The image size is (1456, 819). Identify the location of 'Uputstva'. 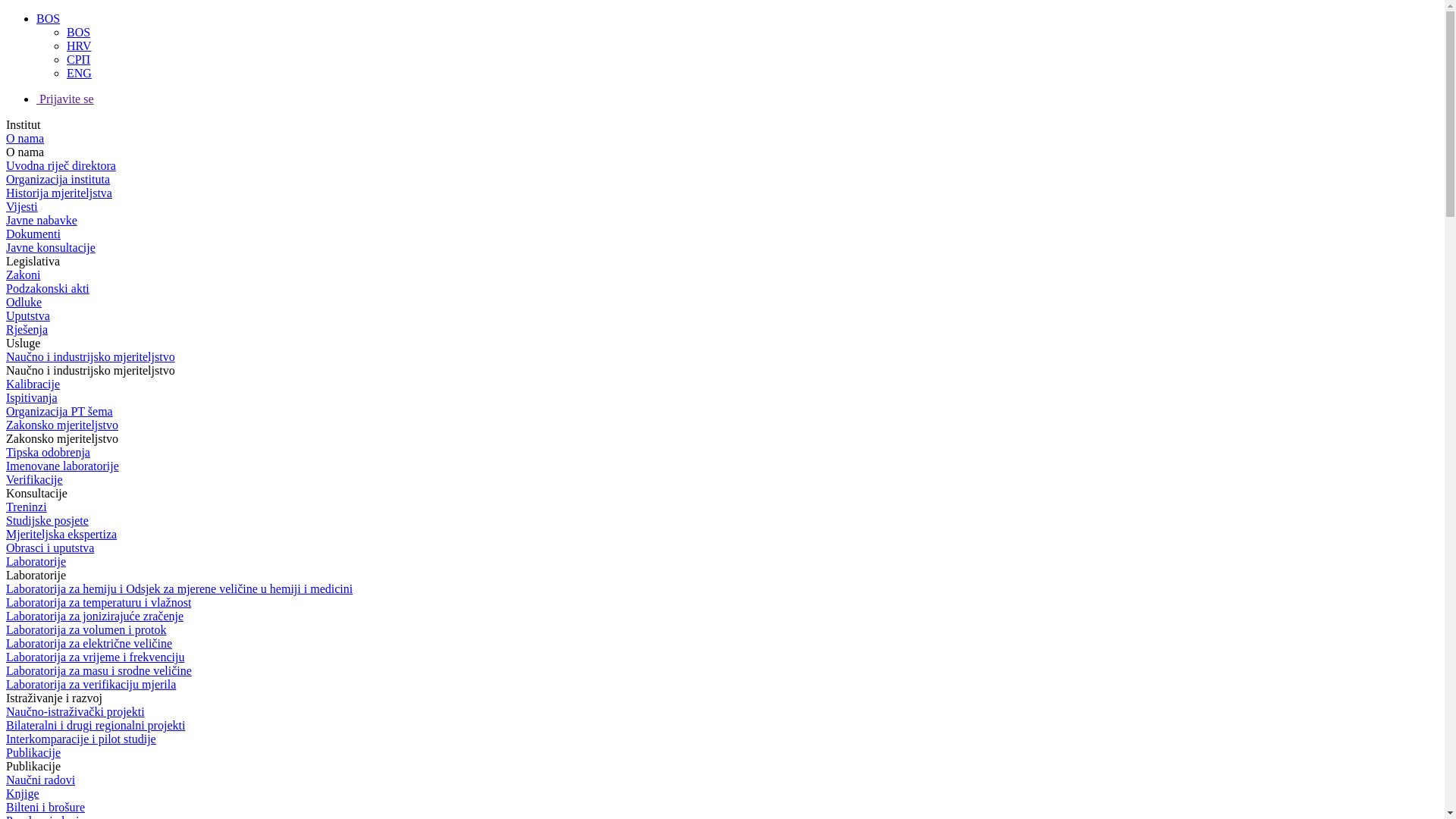
(6, 315).